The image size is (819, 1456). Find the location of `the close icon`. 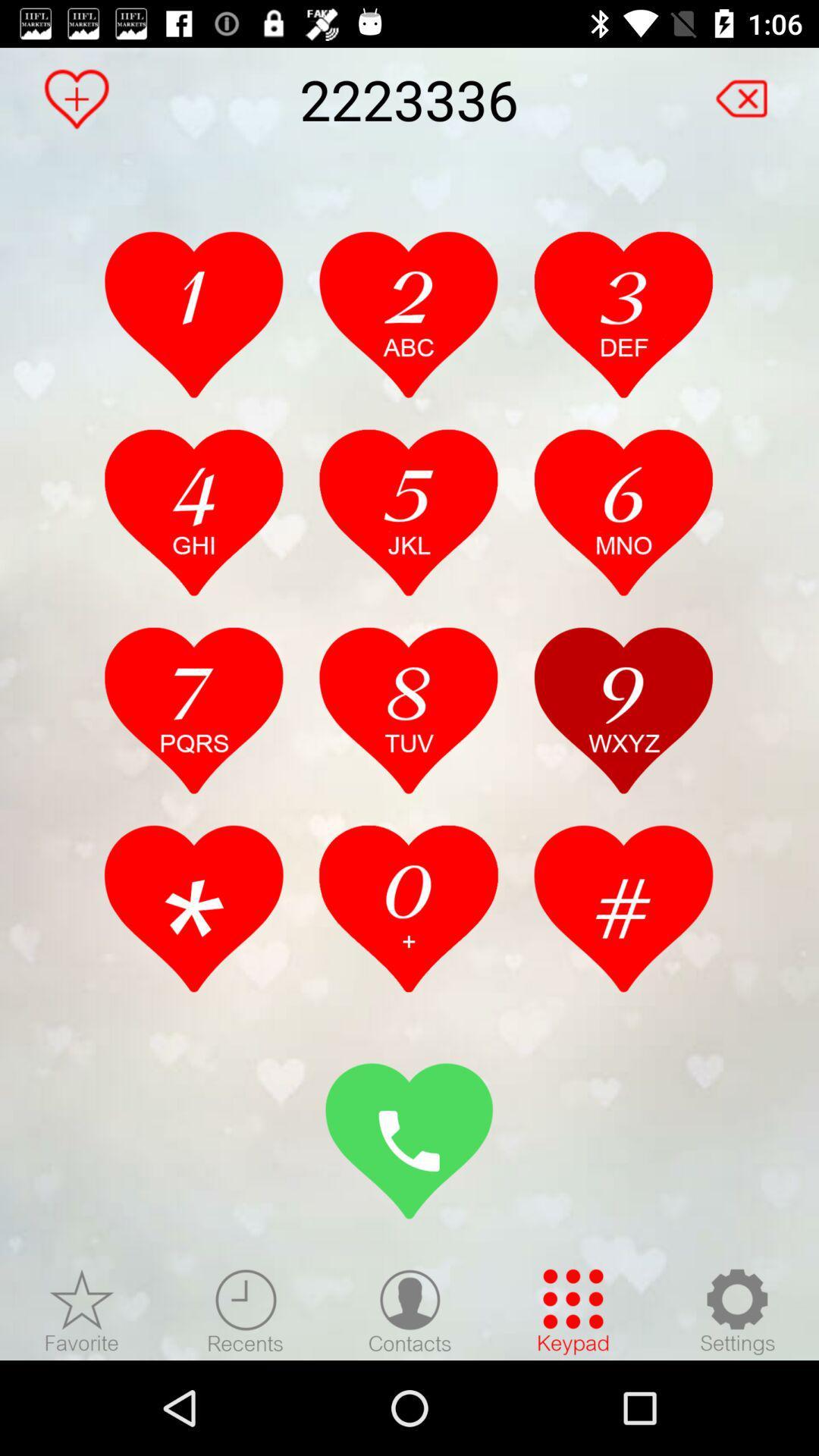

the close icon is located at coordinates (749, 91).